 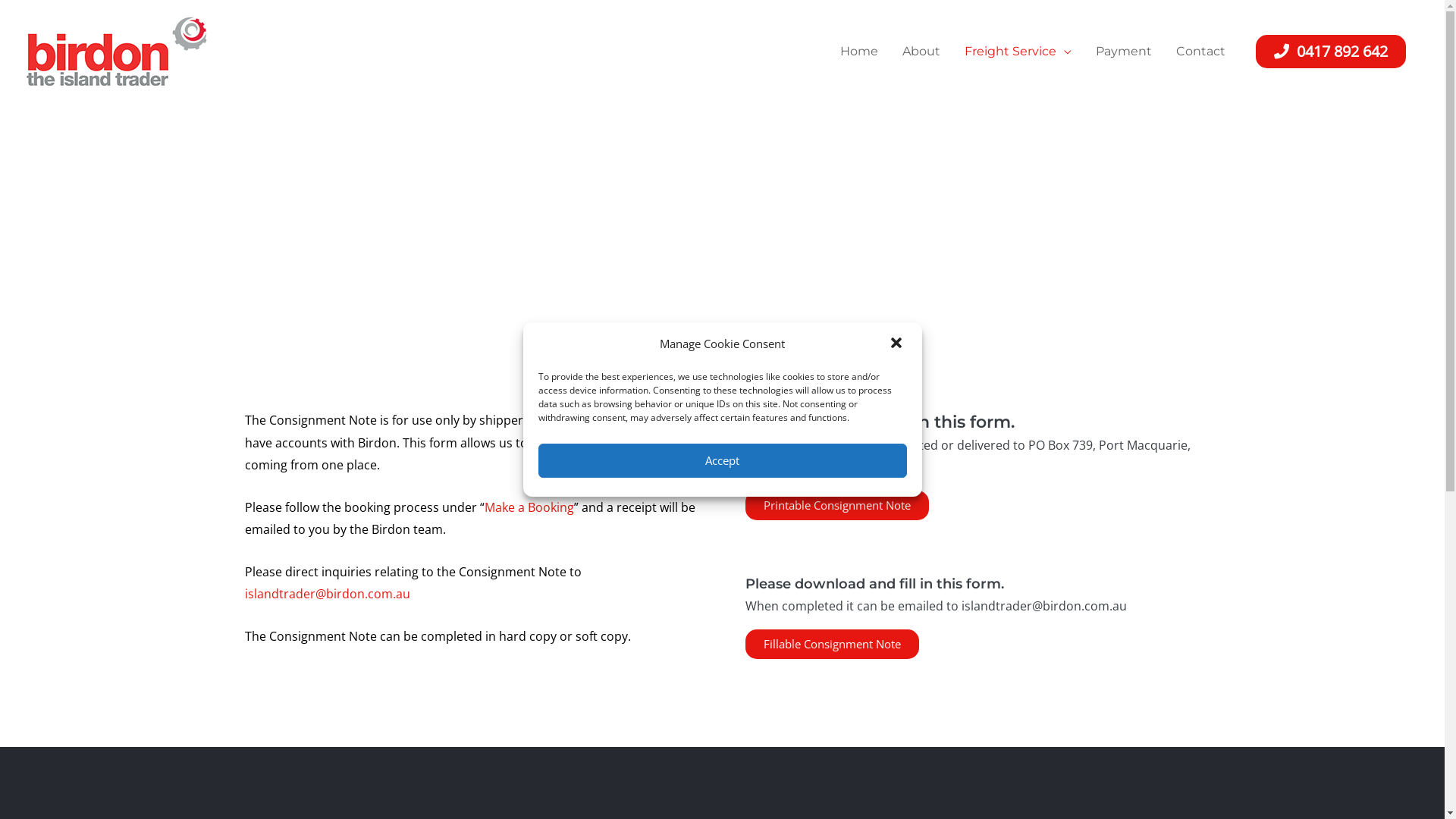 What do you see at coordinates (836, 505) in the screenshot?
I see `'Printable Consignment Note'` at bounding box center [836, 505].